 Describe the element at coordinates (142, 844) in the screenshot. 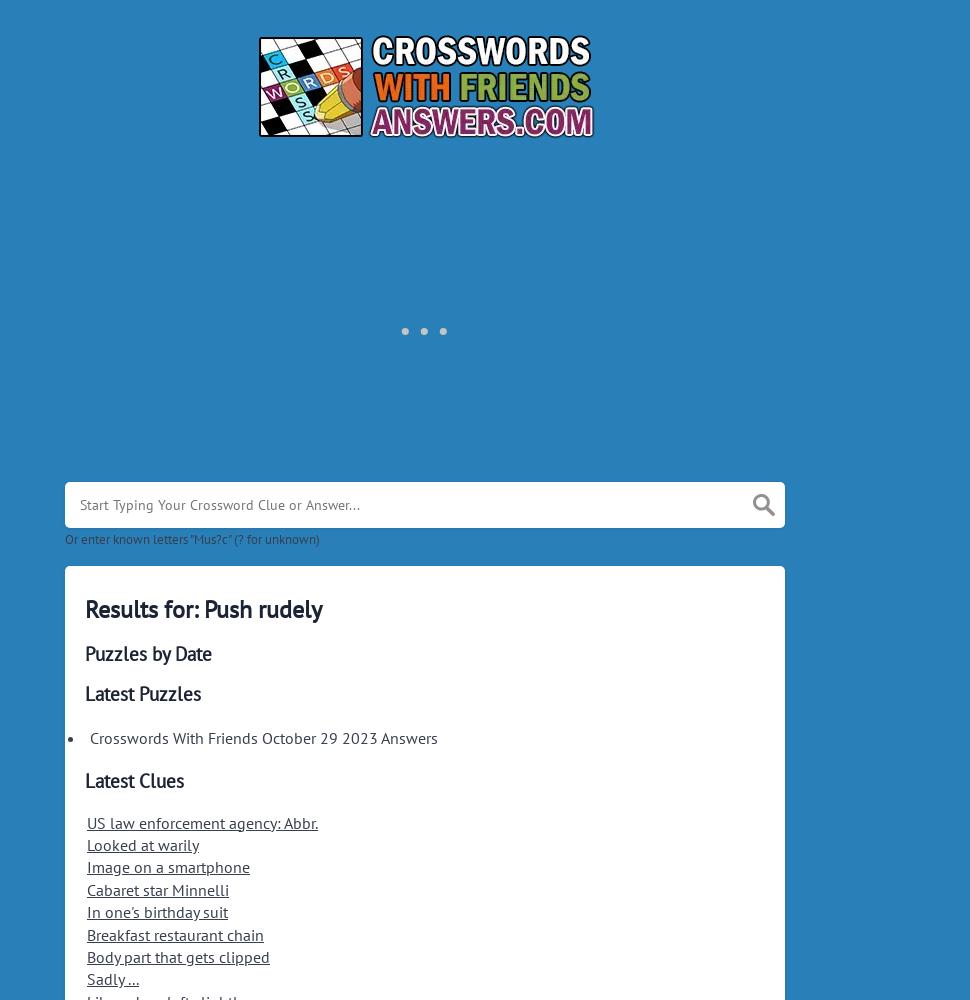

I see `'Looked at warily'` at that location.